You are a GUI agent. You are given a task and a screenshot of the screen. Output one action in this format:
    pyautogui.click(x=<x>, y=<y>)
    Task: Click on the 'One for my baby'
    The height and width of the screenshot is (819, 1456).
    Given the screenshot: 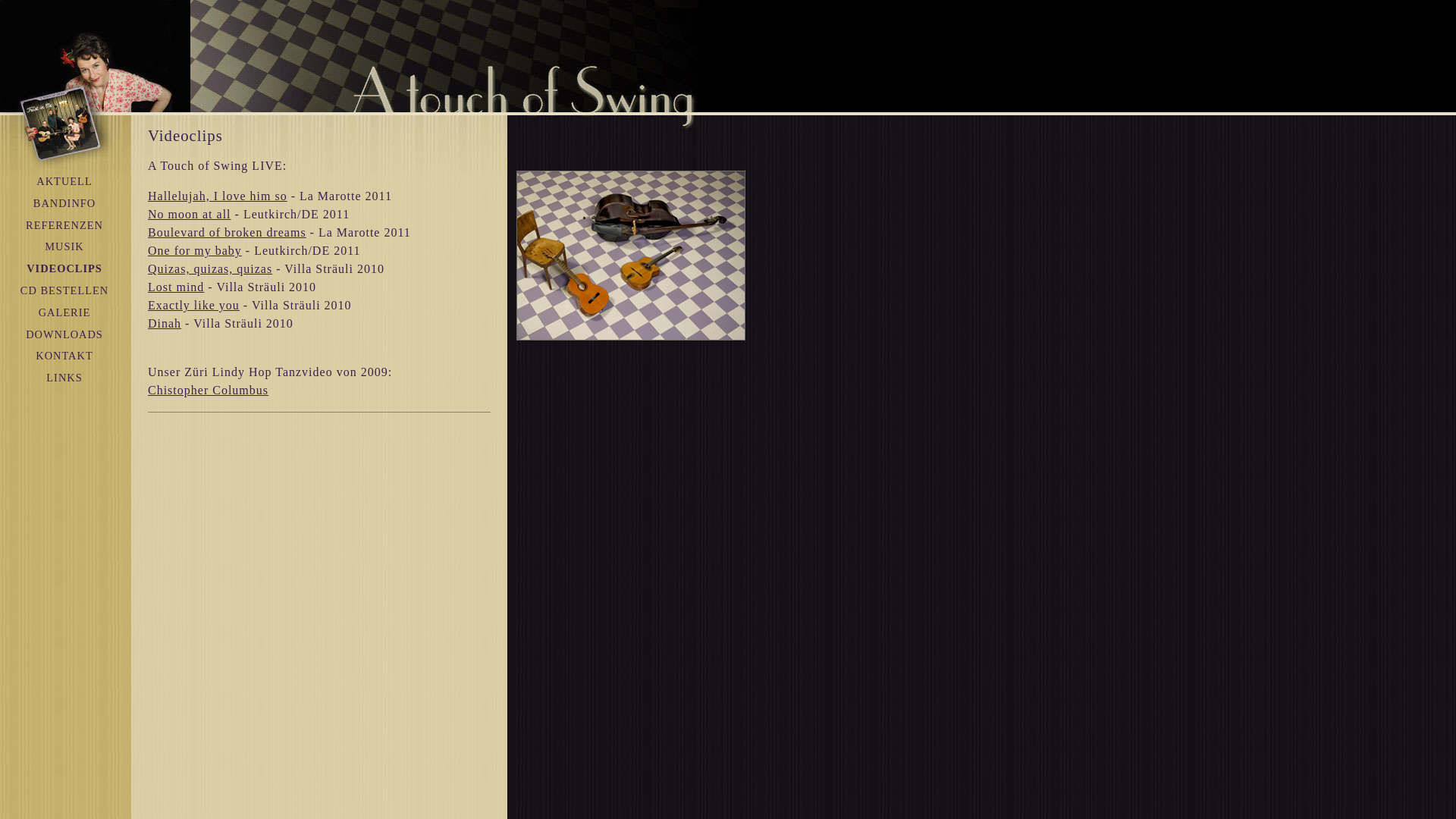 What is the action you would take?
    pyautogui.click(x=194, y=249)
    